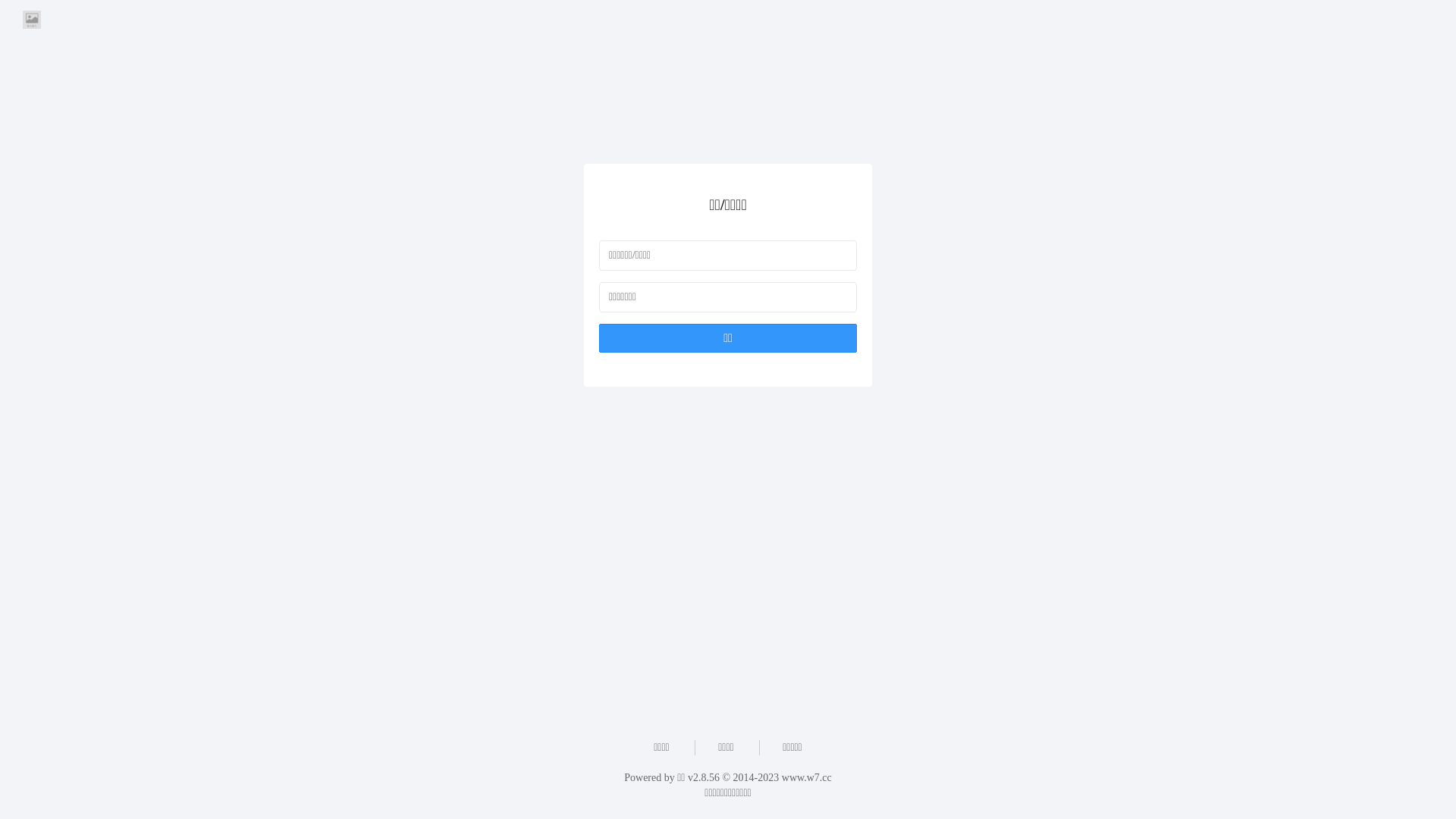 This screenshot has width=1456, height=819. What do you see at coordinates (782, 777) in the screenshot?
I see `'www.w7.cc'` at bounding box center [782, 777].